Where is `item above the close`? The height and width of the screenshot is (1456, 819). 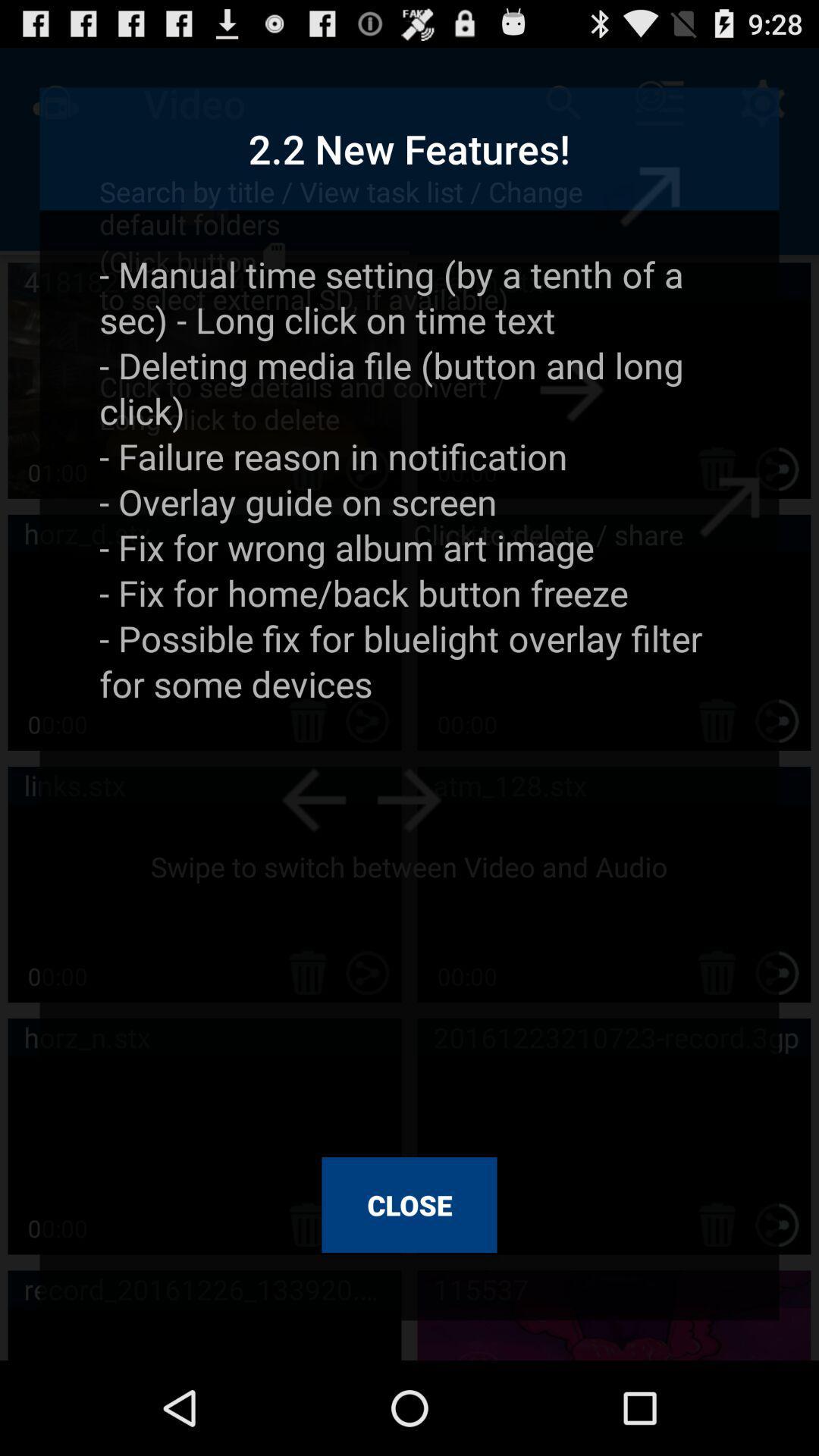 item above the close is located at coordinates (409, 693).